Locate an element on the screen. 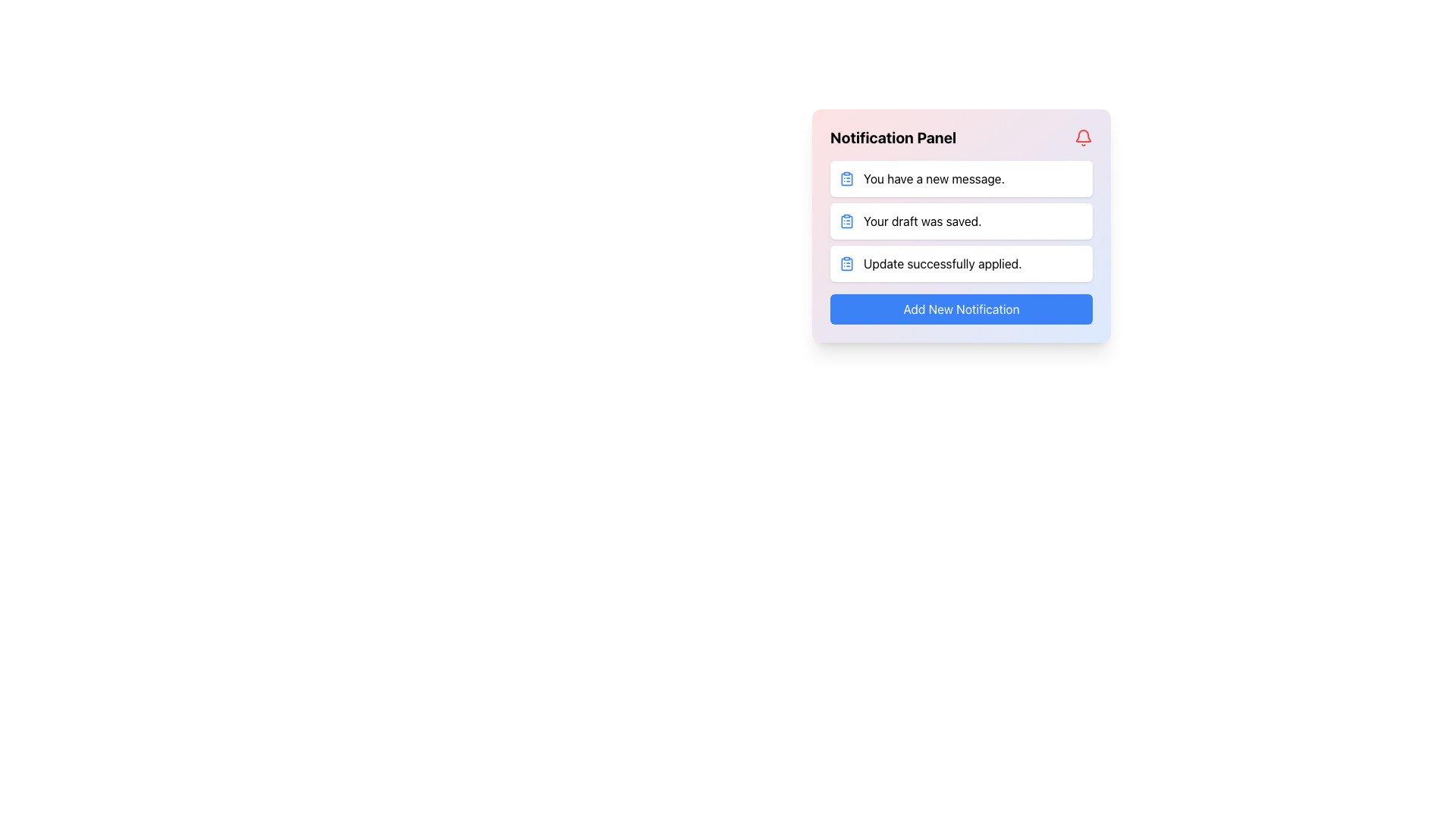  the notification icon located at the topmost notification item in the Notification Panel, which is positioned to the left of the text 'You have a new message.' is located at coordinates (846, 177).